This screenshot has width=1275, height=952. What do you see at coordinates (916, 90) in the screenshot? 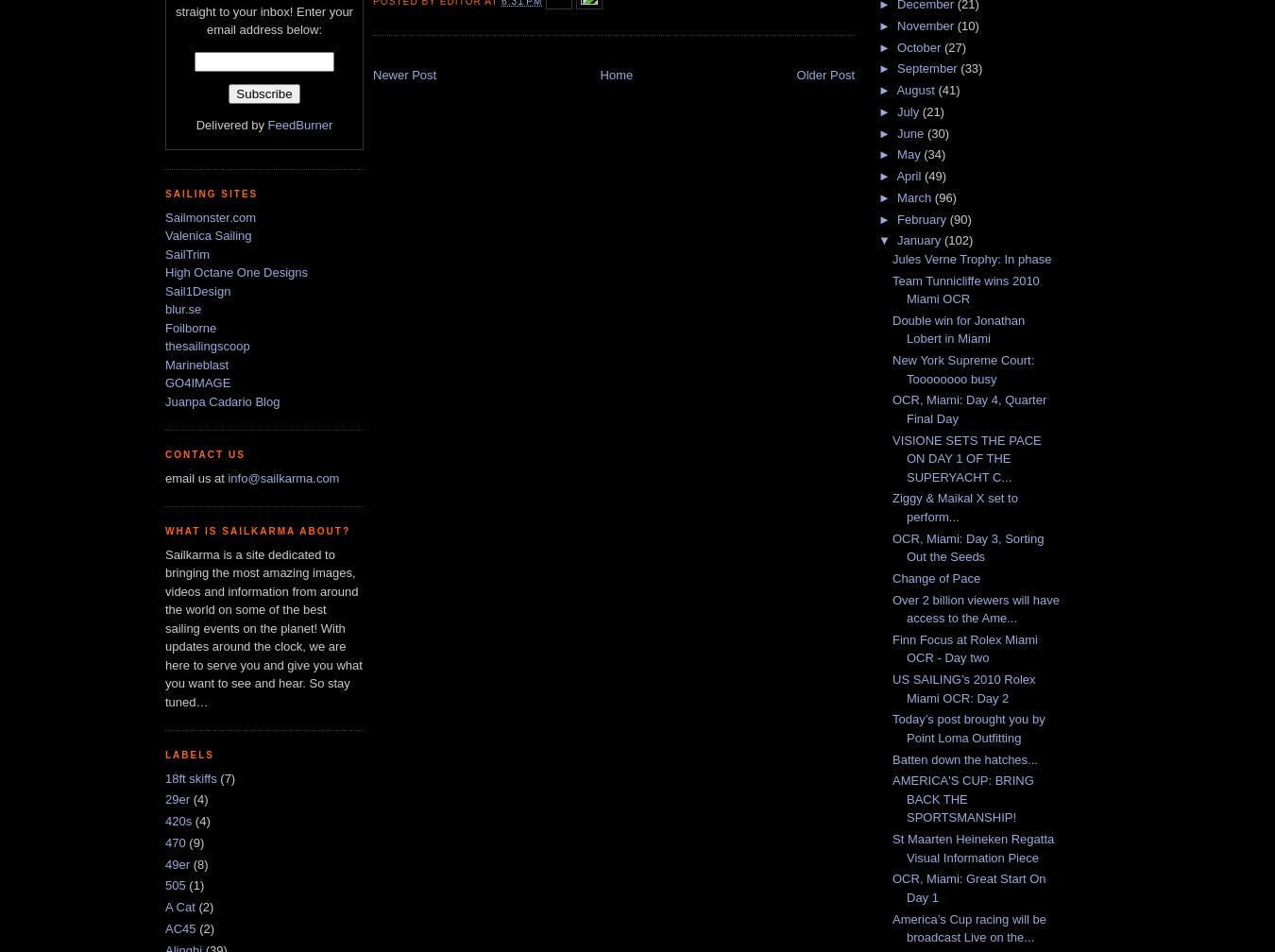
I see `'August'` at bounding box center [916, 90].